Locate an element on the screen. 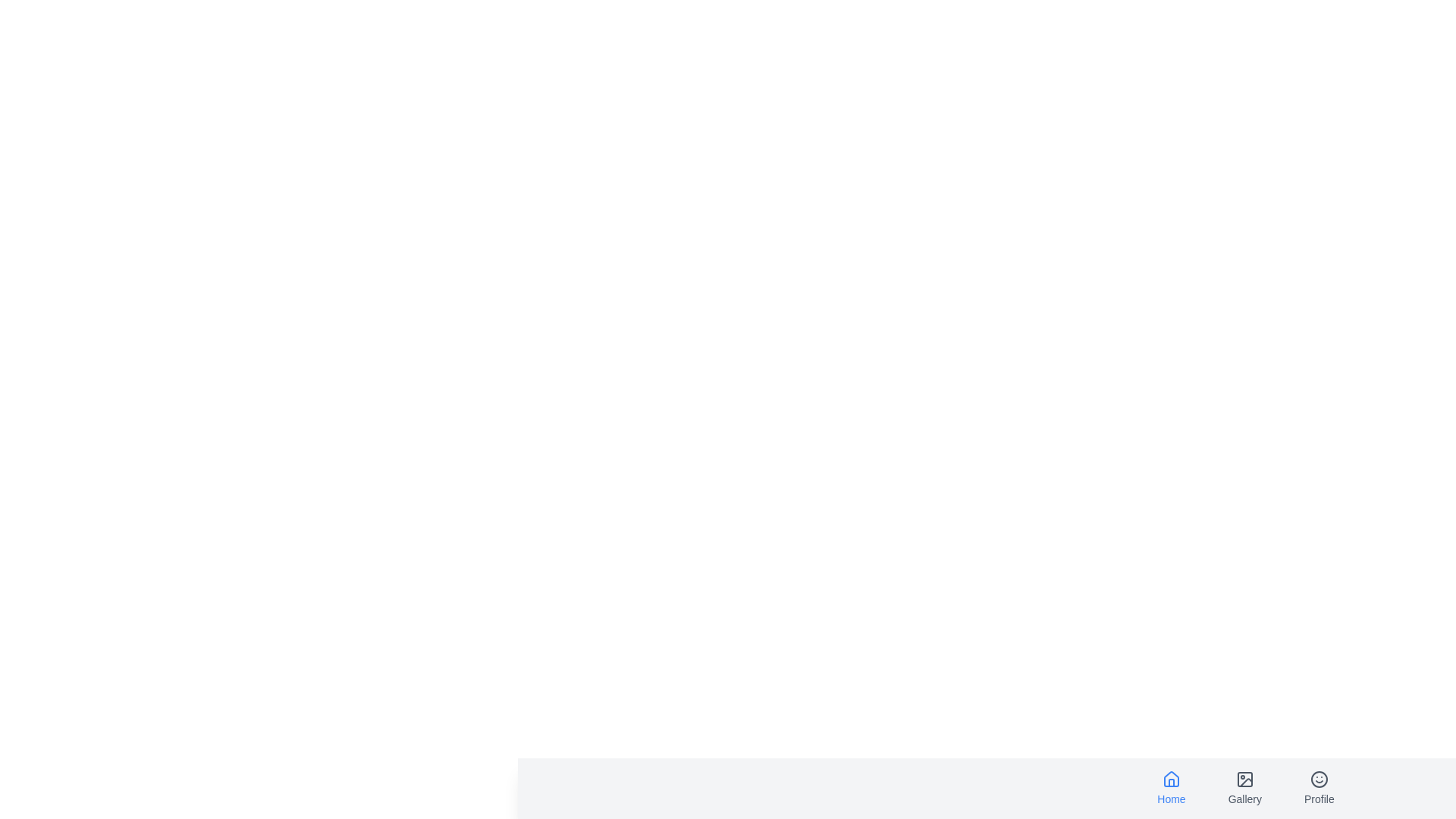 The image size is (1456, 819). the text label Profile of the navigation item is located at coordinates (1318, 798).